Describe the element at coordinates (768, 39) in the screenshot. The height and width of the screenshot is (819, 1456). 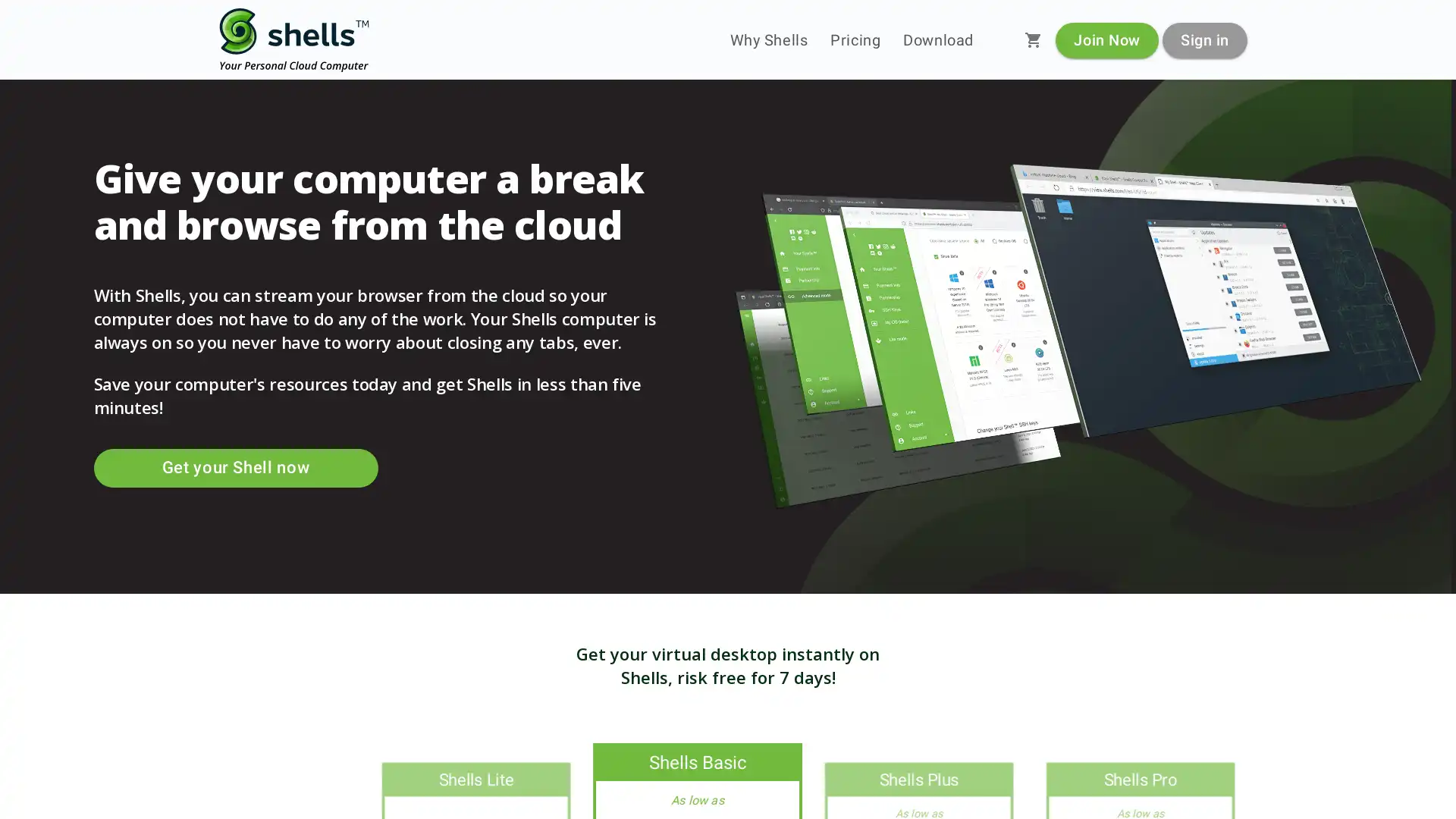
I see `Why Shells` at that location.